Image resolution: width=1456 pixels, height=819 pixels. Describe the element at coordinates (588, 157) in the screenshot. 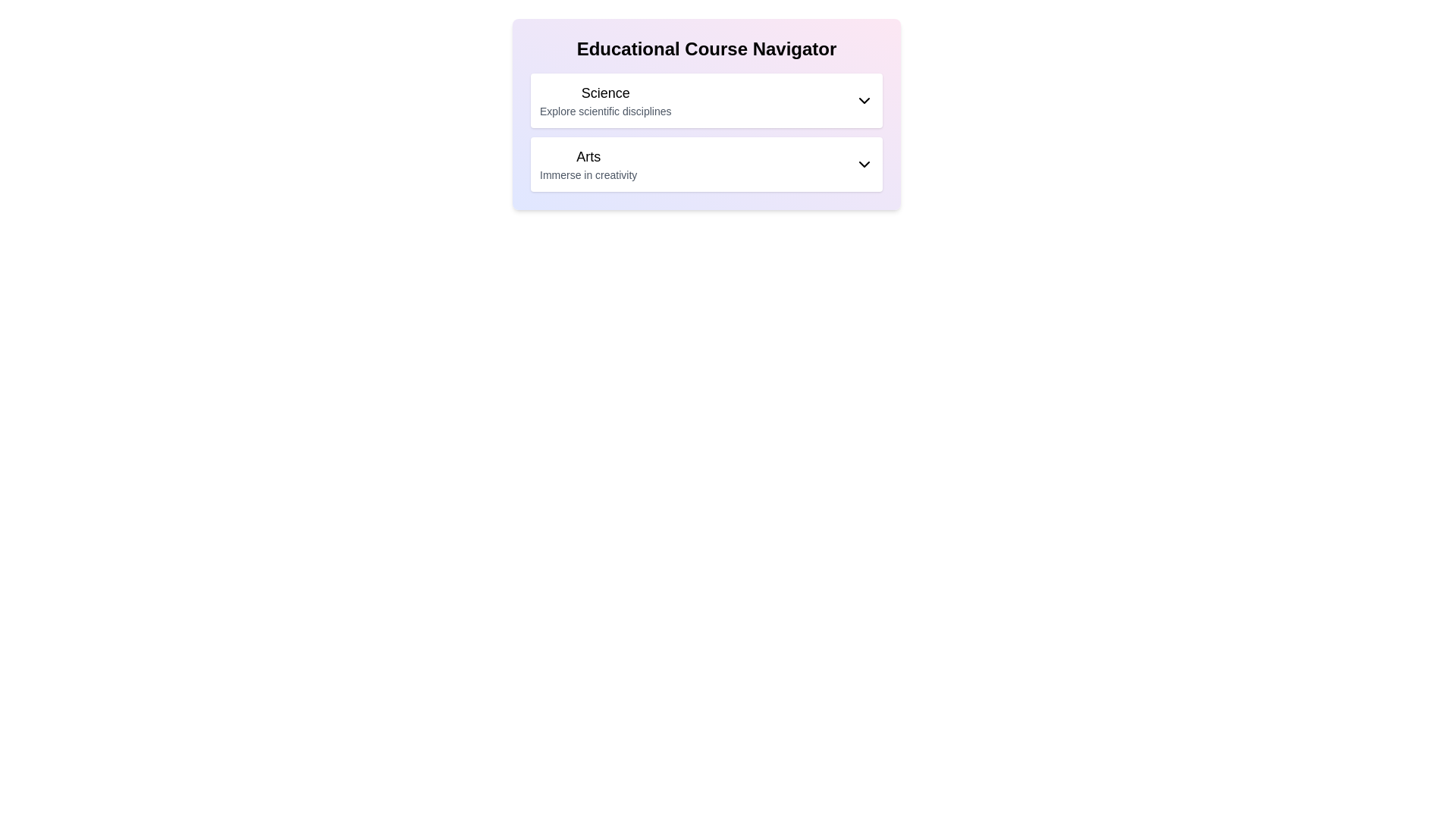

I see `the static text label denoting the 'Arts' category in the educational course selection interface` at that location.